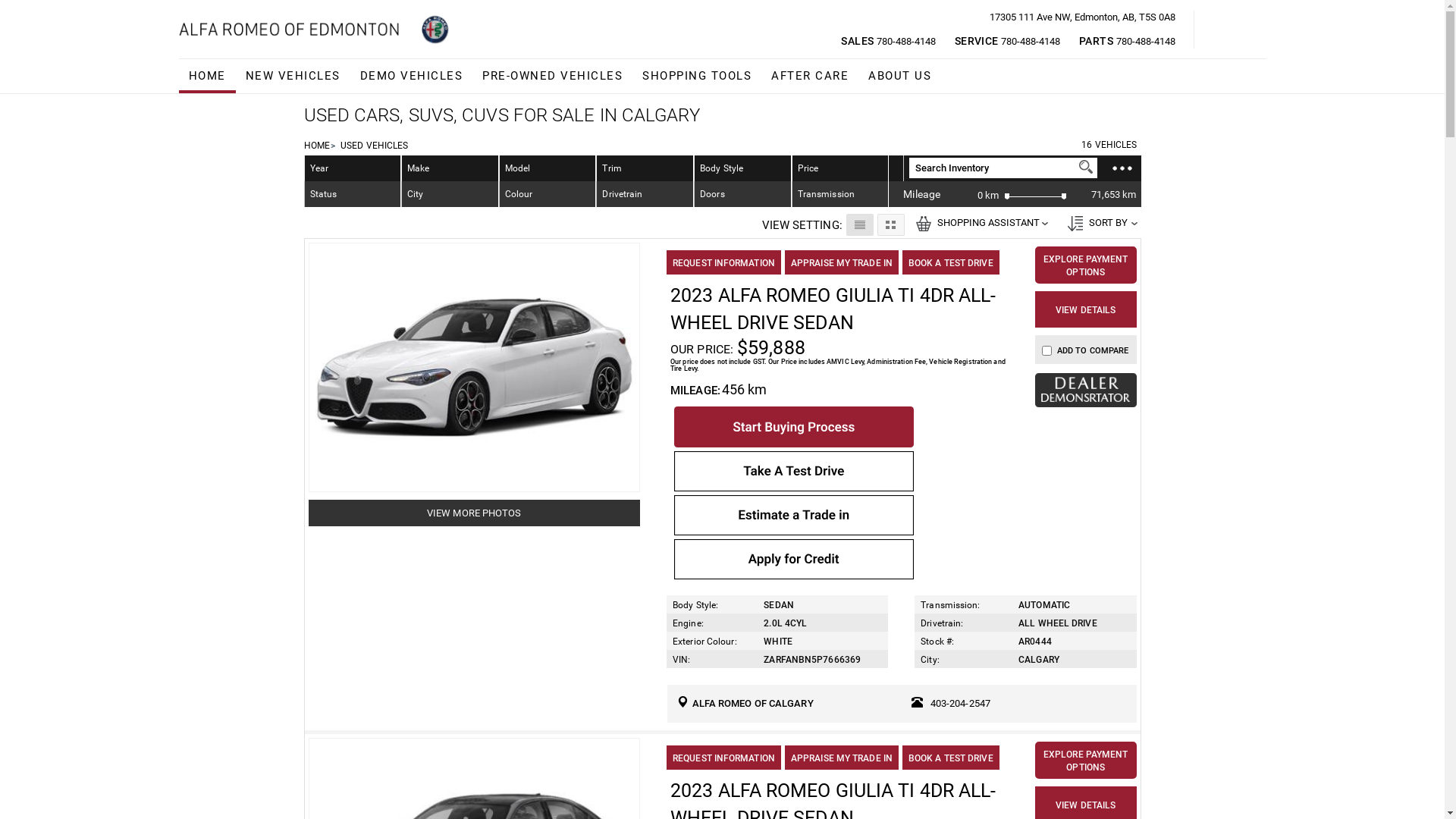 The width and height of the screenshot is (1456, 819). Describe the element at coordinates (807, 168) in the screenshot. I see `'Price'` at that location.